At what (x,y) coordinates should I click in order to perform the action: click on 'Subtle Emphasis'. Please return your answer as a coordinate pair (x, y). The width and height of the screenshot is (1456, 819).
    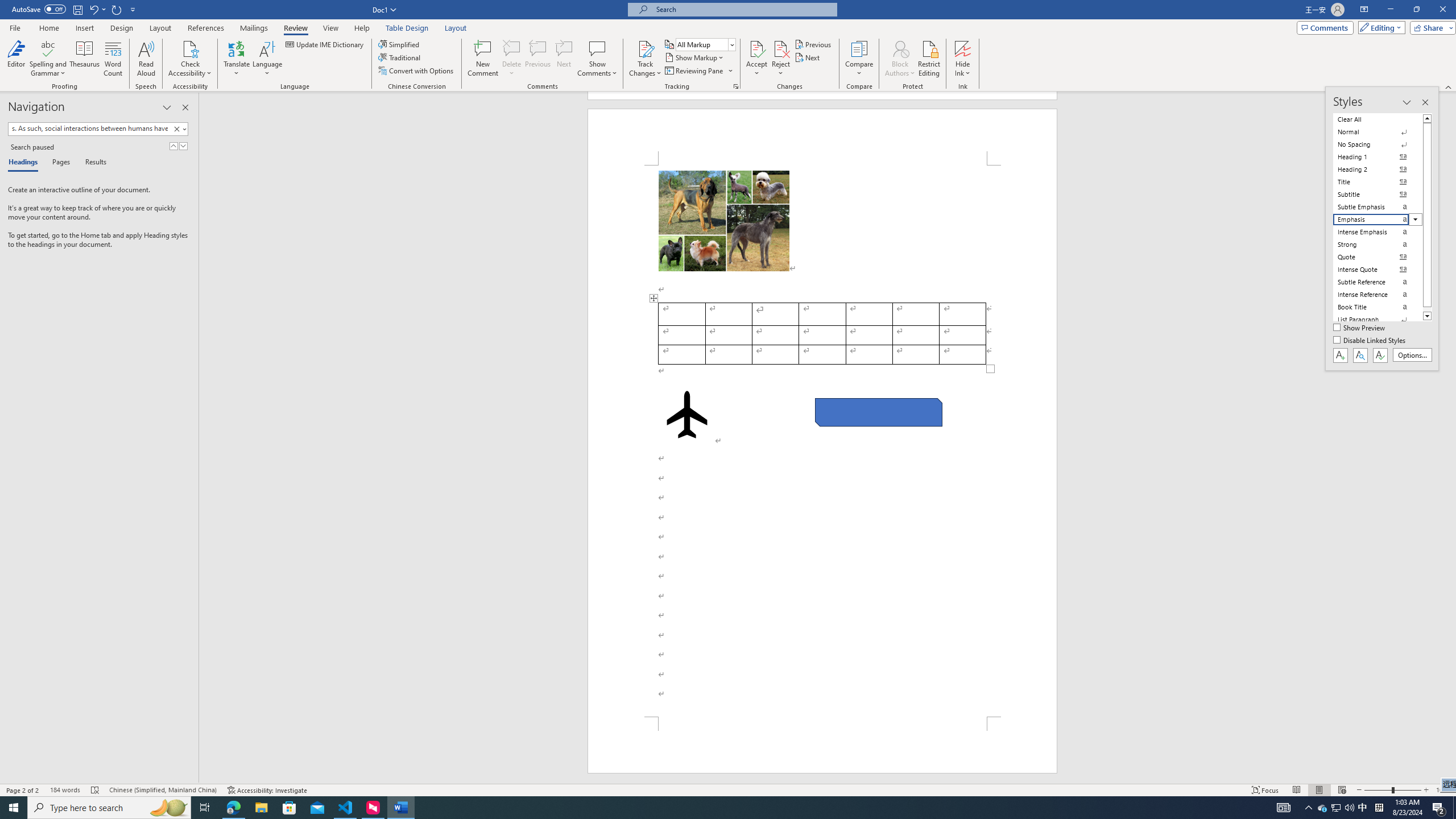
    Looking at the image, I should click on (1378, 206).